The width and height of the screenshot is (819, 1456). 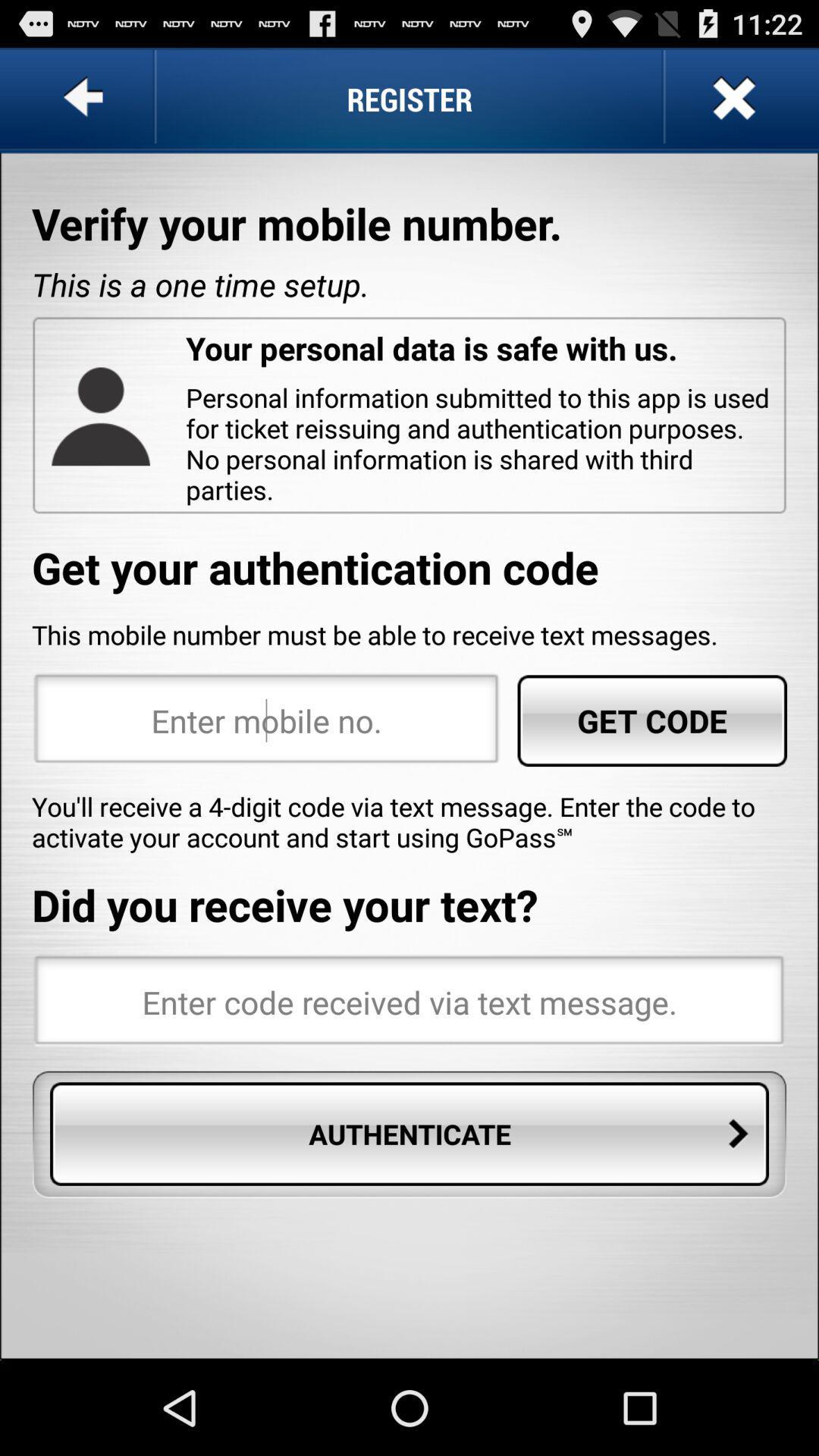 What do you see at coordinates (86, 98) in the screenshot?
I see `the app next to the register app` at bounding box center [86, 98].